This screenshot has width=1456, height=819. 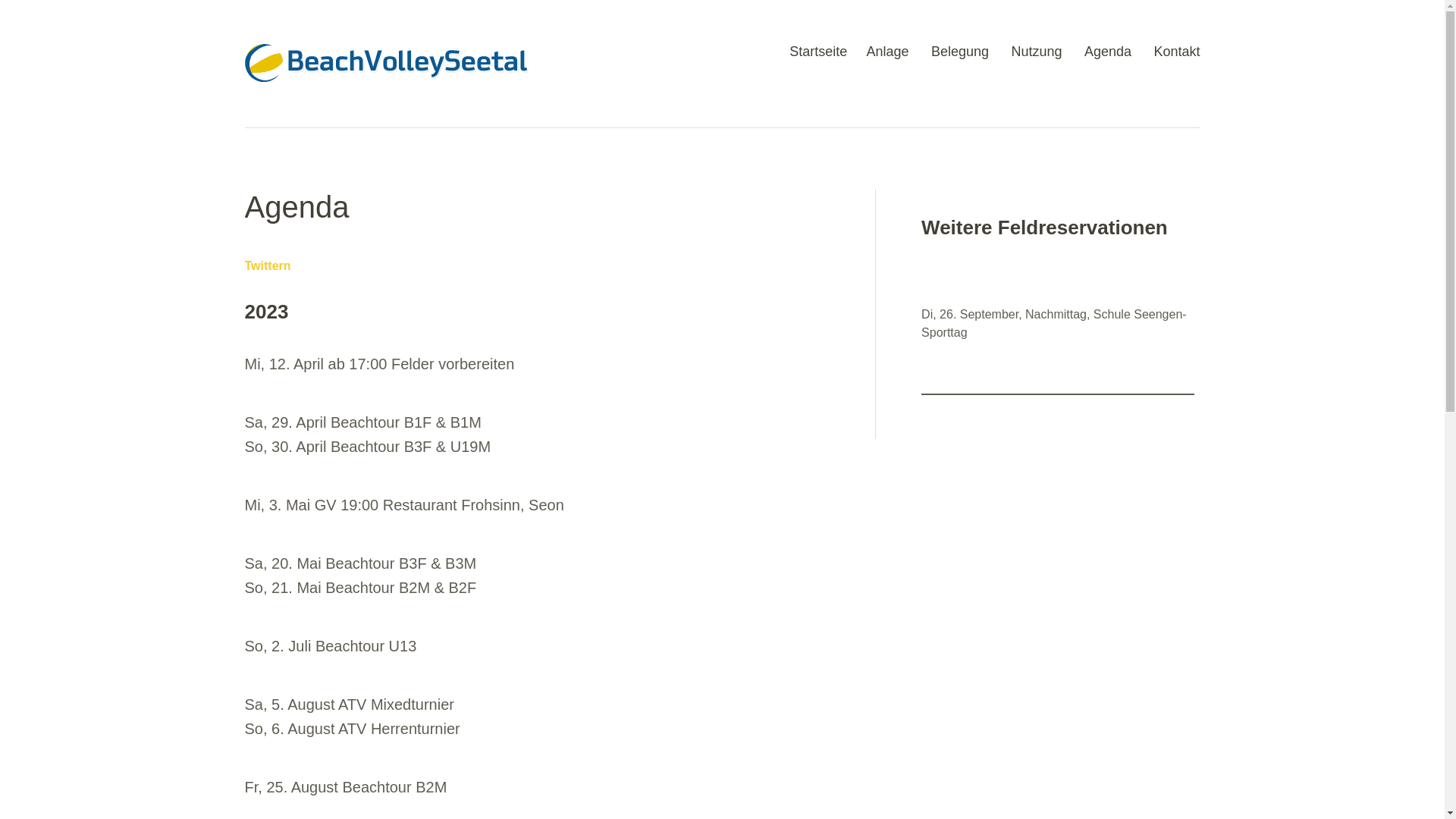 I want to click on 'Nutzung', so click(x=1011, y=58).